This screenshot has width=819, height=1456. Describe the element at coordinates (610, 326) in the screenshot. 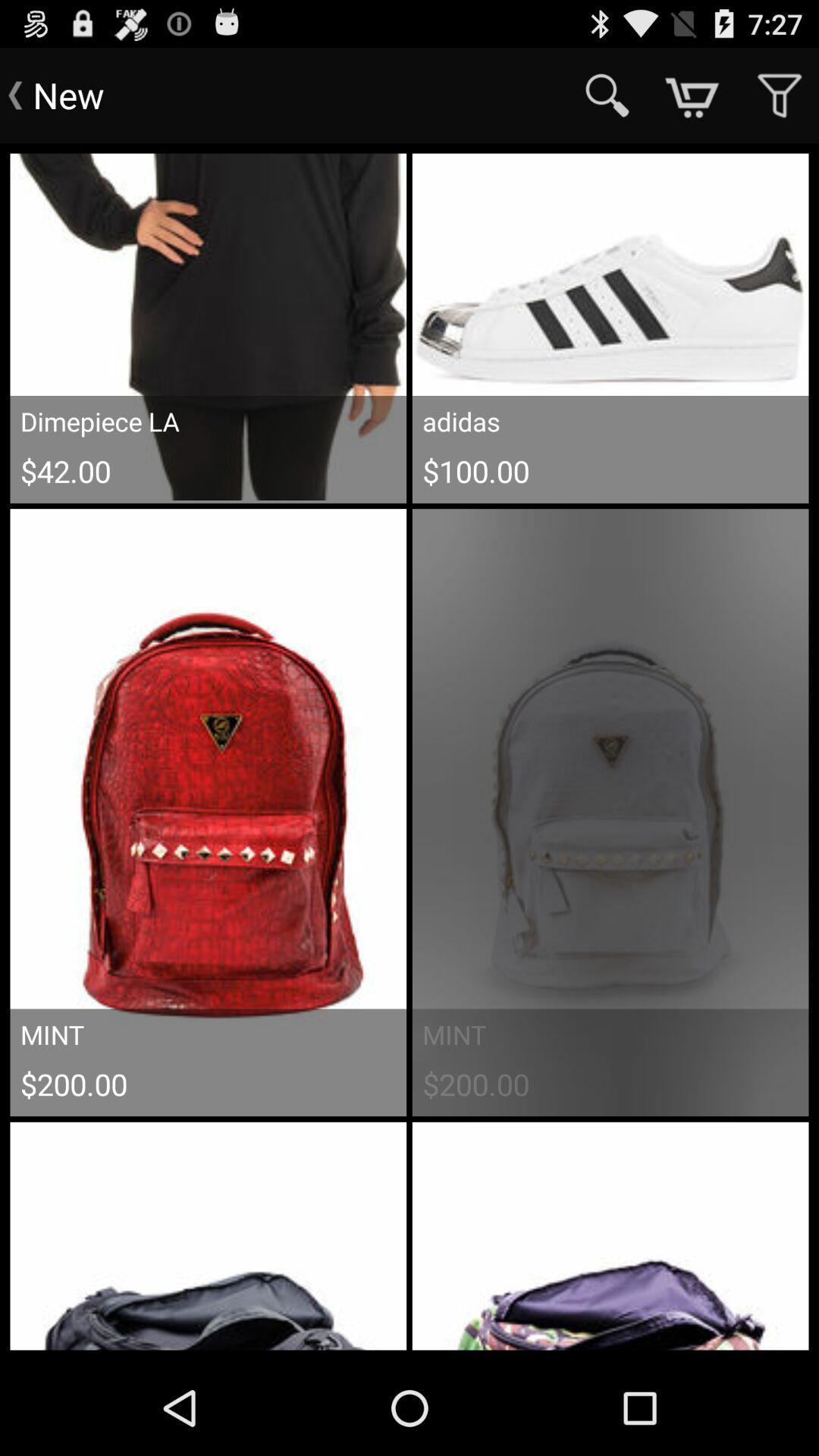

I see `the shoe image` at that location.